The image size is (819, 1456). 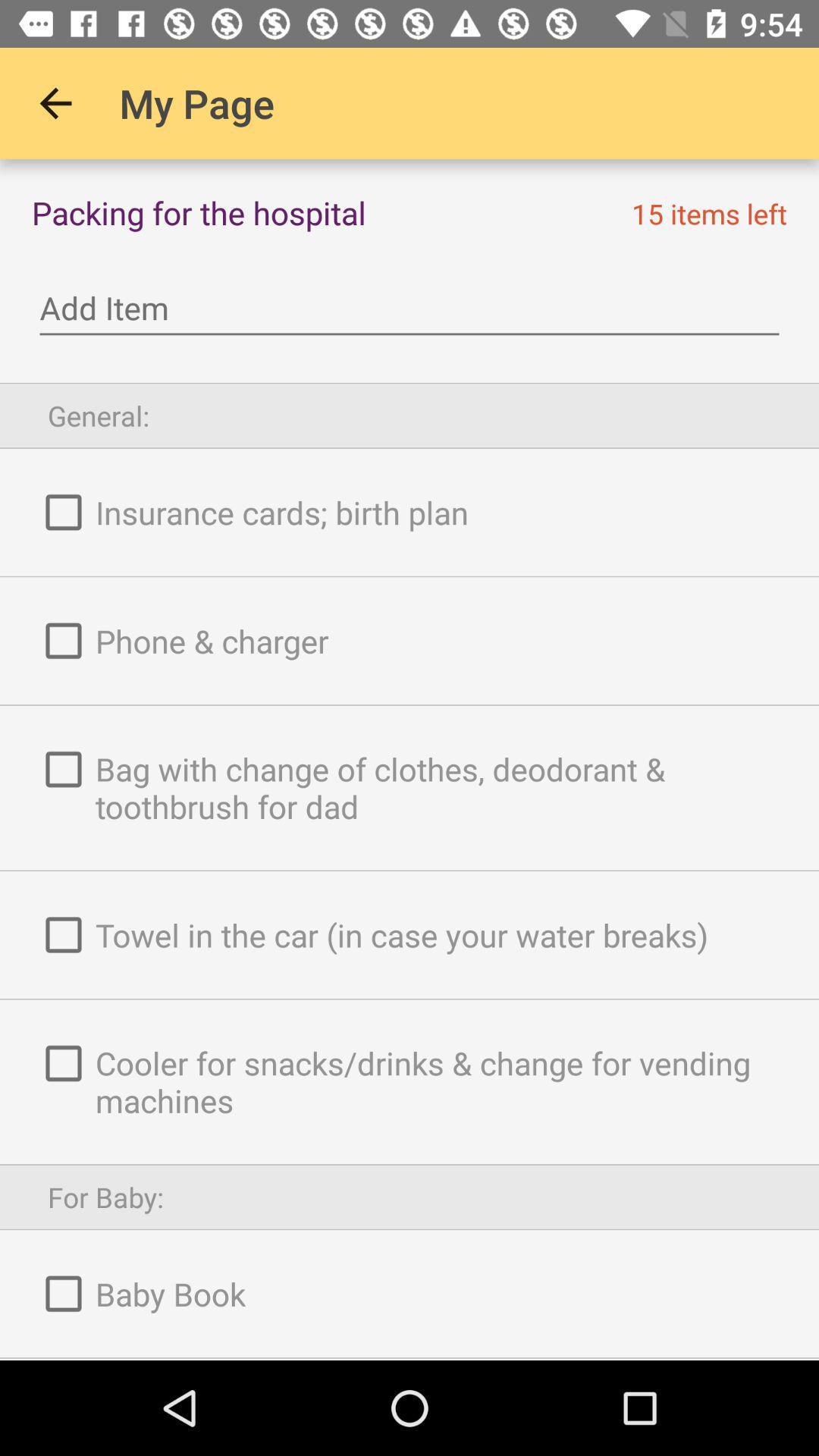 What do you see at coordinates (63, 513) in the screenshot?
I see `the first check button` at bounding box center [63, 513].